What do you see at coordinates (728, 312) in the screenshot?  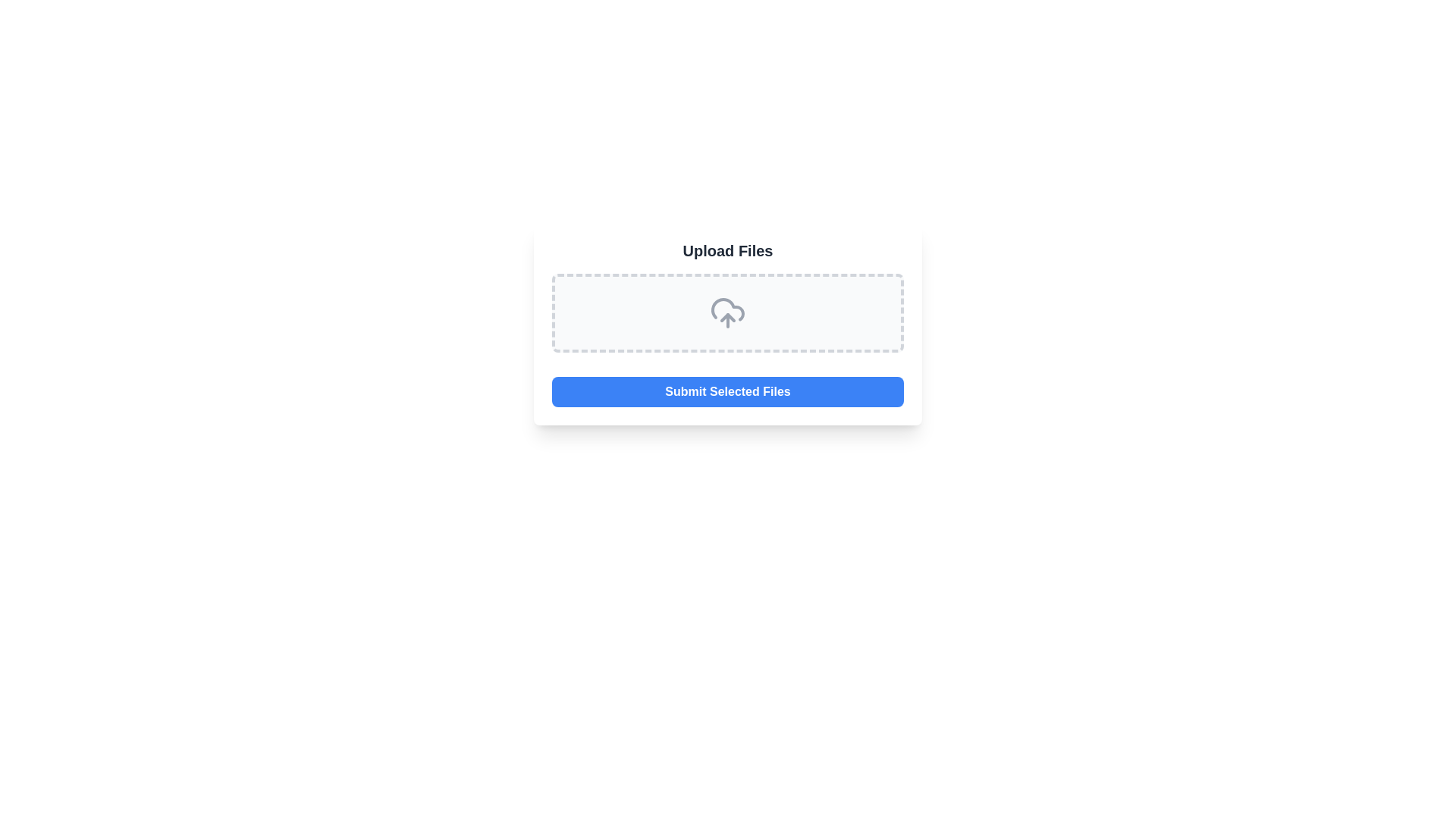 I see `the drag-and-drop file upload area located centrally below the text 'Upload Files' and above the 'Submit Selected Files' button` at bounding box center [728, 312].